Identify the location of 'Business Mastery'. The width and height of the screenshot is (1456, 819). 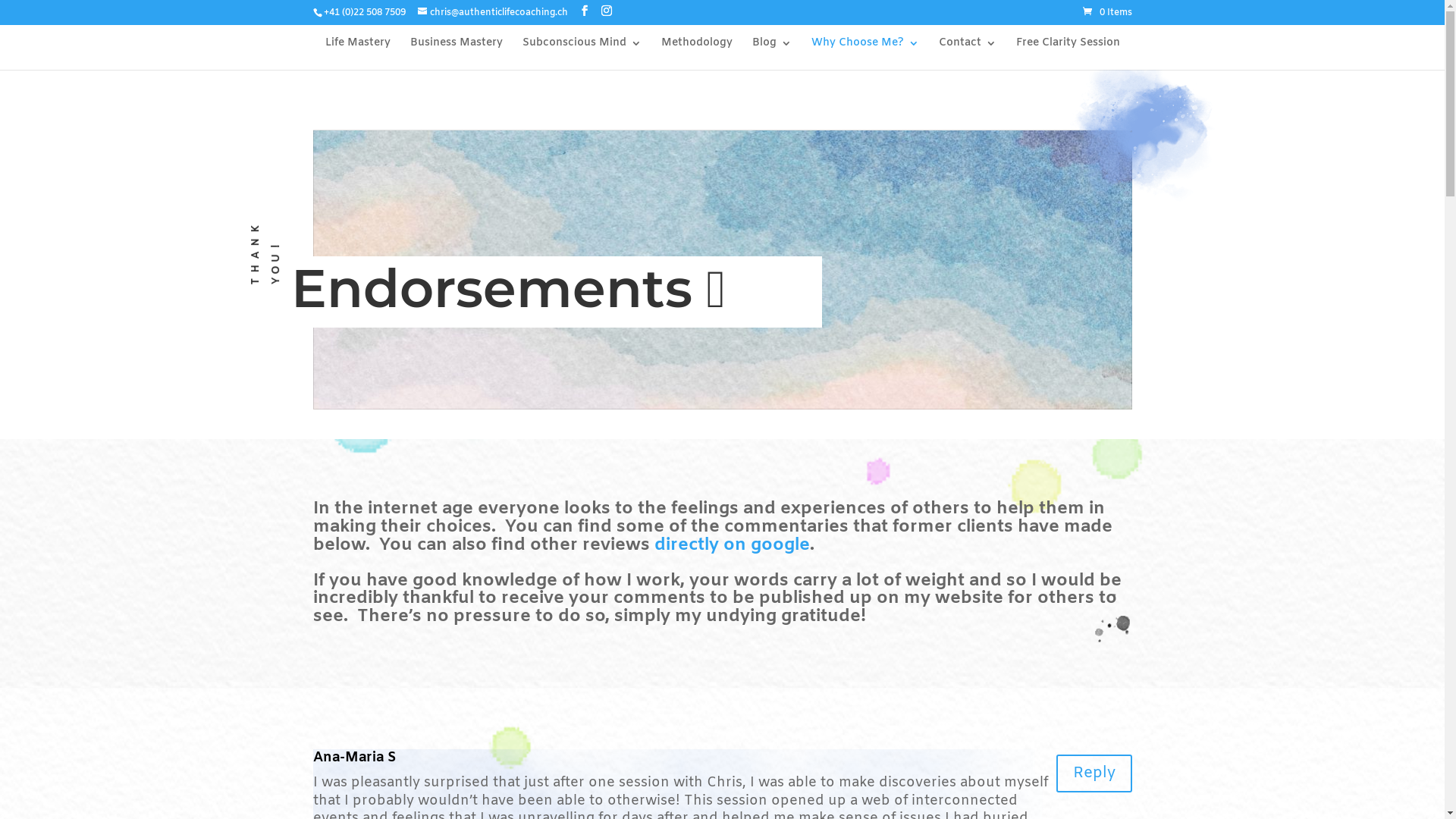
(409, 52).